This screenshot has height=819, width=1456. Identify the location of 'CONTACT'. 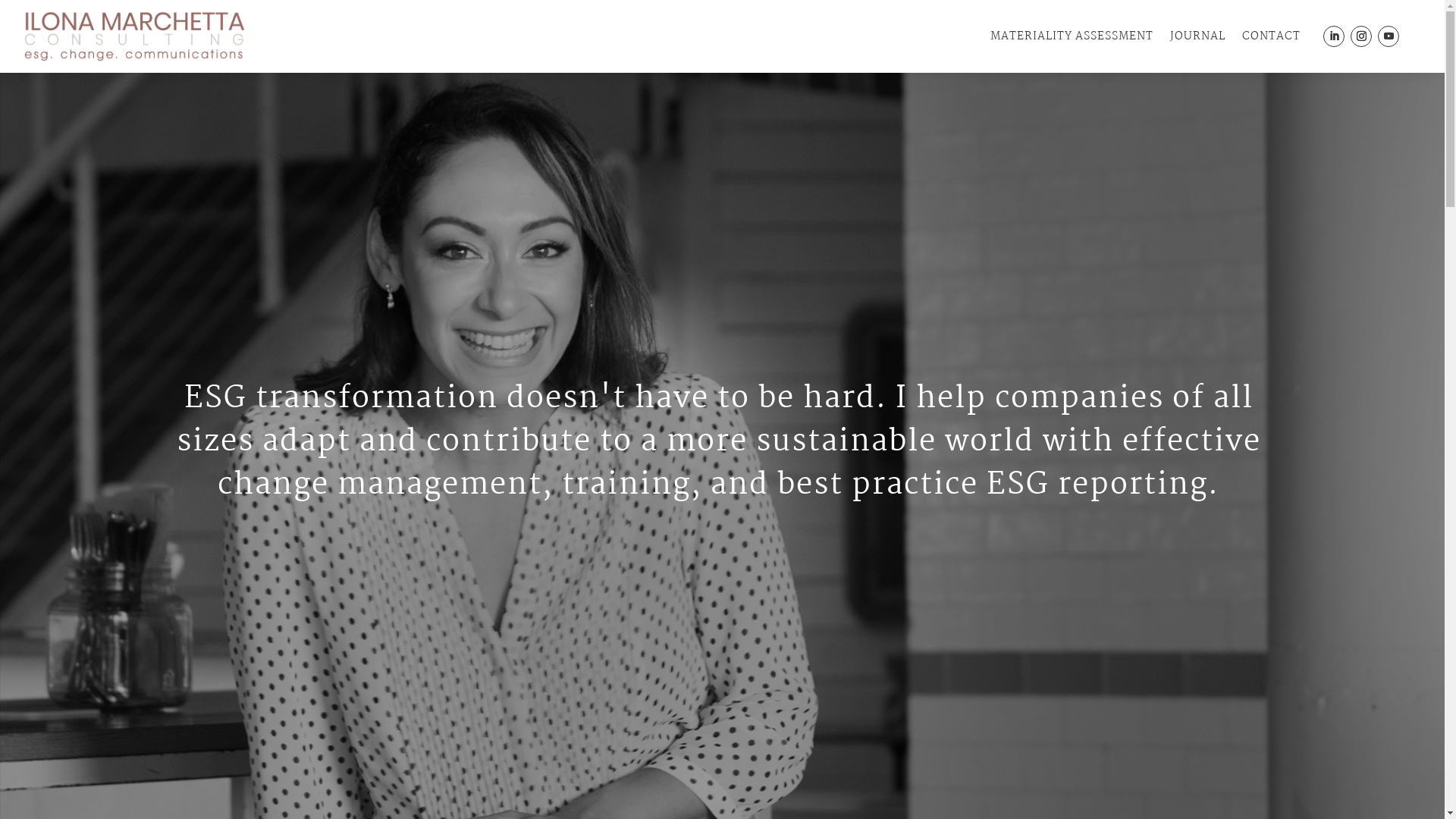
(1241, 35).